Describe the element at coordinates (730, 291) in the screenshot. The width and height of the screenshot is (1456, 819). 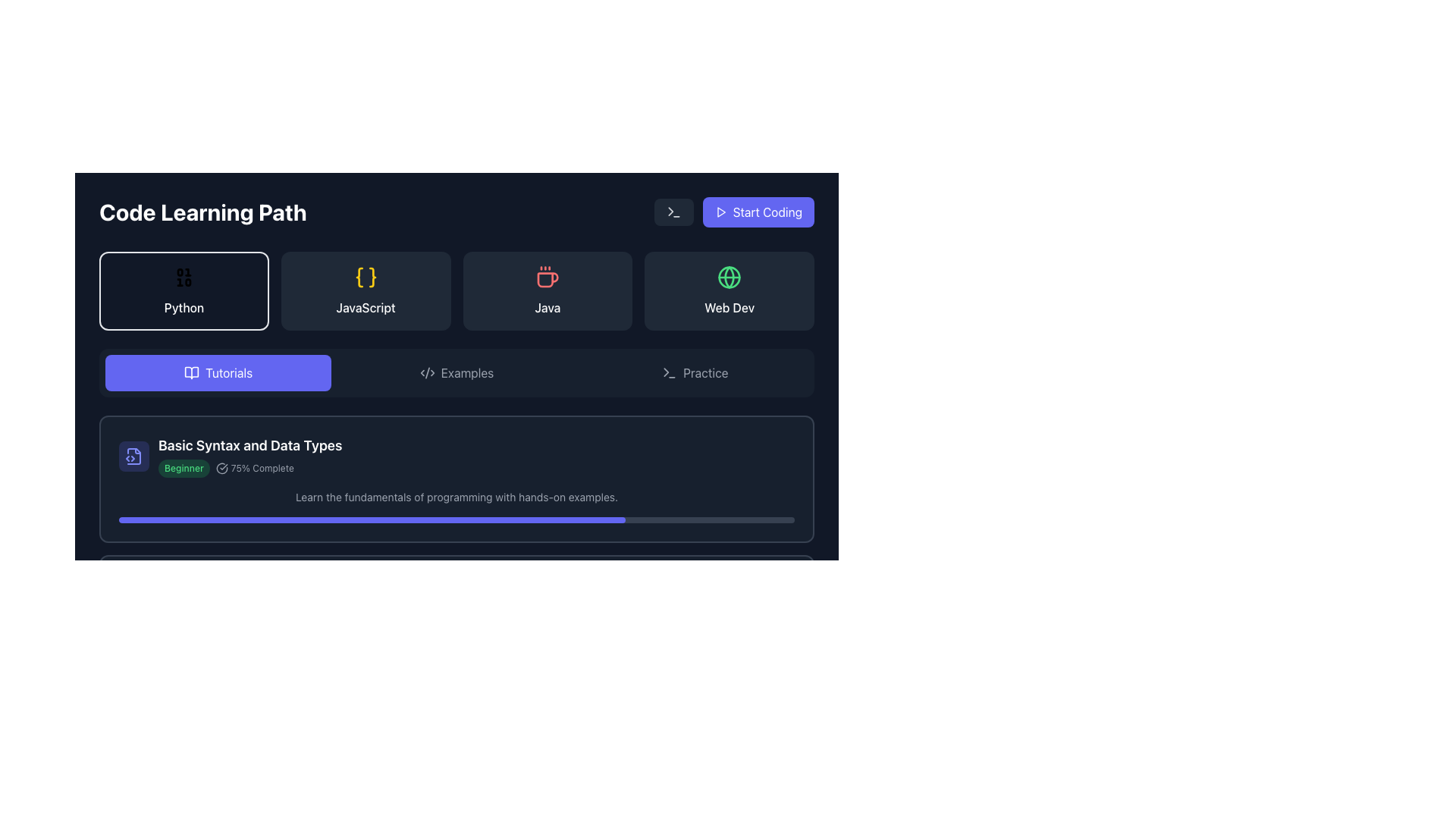
I see `the 'Web Dev' button, which is a rectangular card with rounded edges, a dark gray background, light border, featuring a green globe icon and white text, positioned as the fourth tile in the top row of a grid` at that location.